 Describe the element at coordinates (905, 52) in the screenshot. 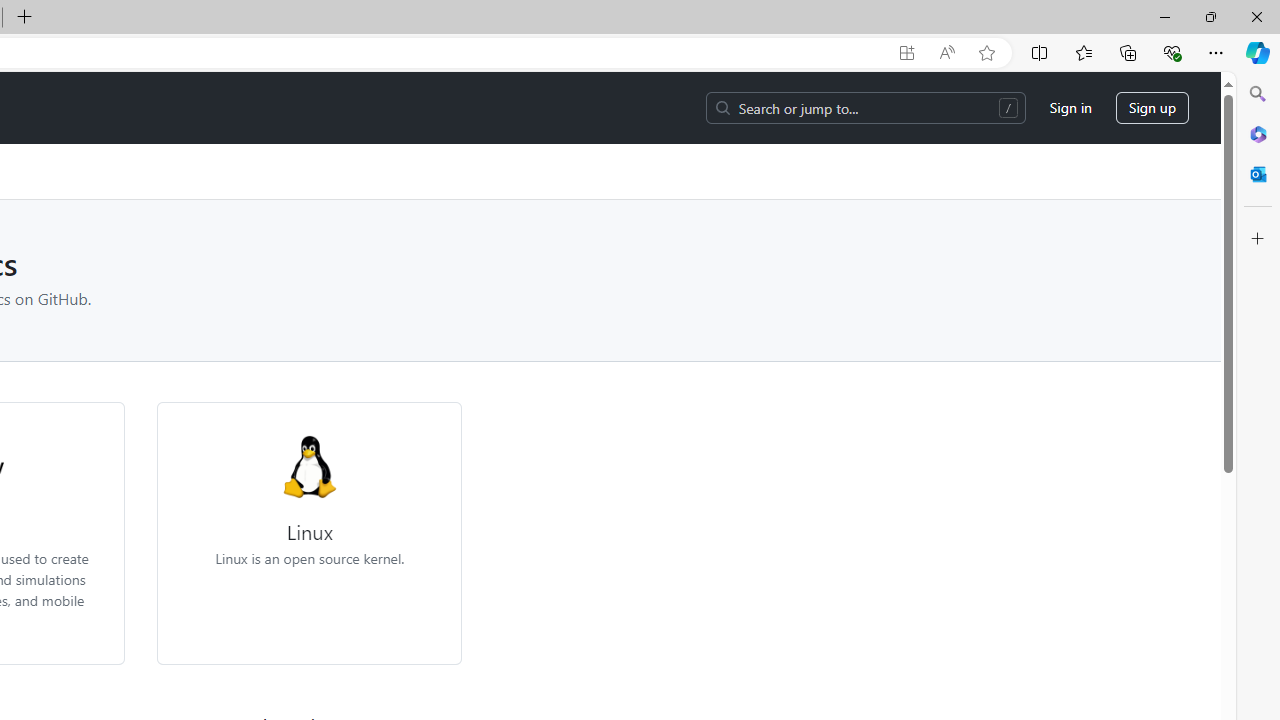

I see `'App available. Install GitHub'` at that location.